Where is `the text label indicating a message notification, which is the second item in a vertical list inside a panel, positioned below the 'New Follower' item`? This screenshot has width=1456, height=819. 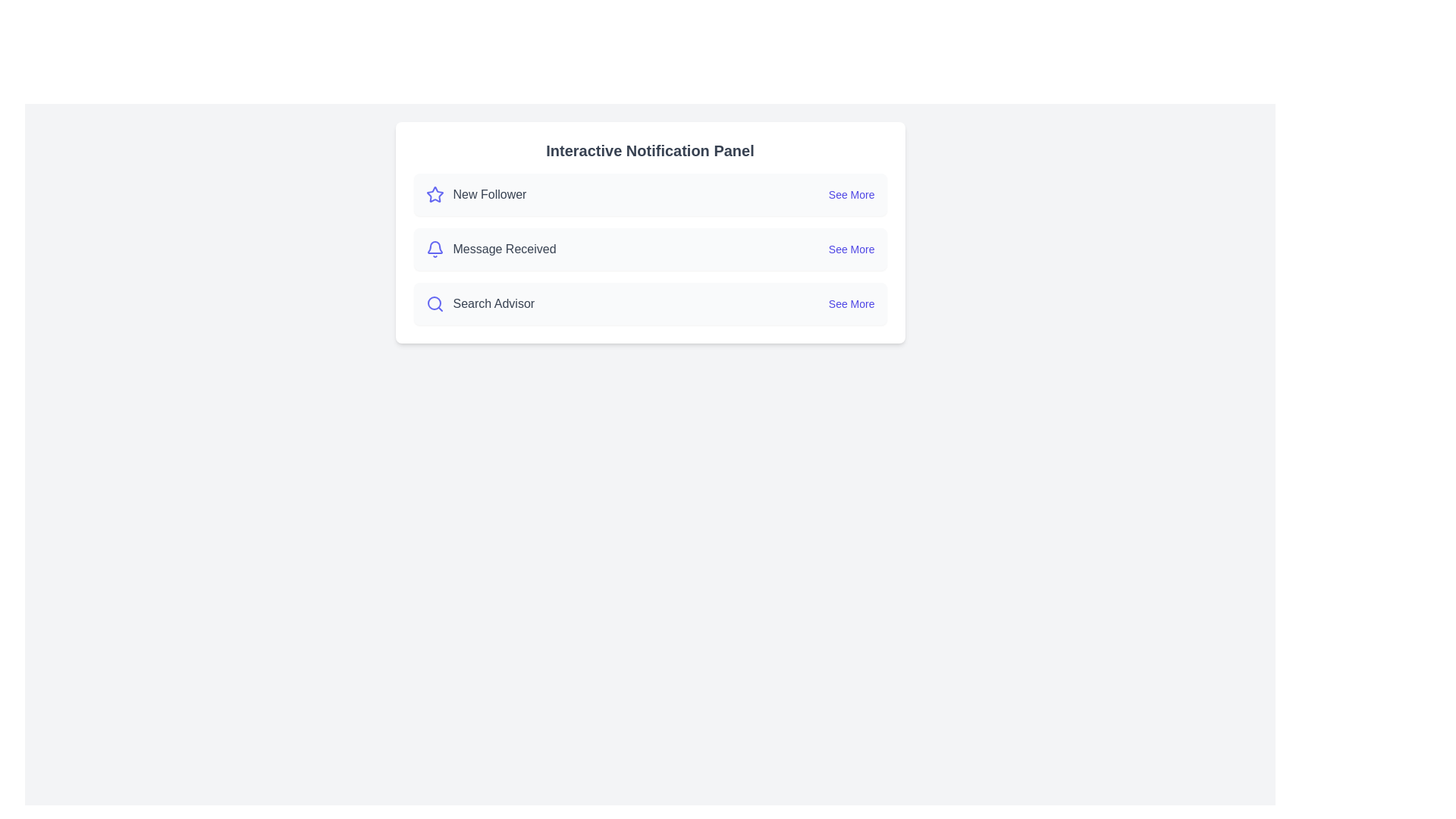
the text label indicating a message notification, which is the second item in a vertical list inside a panel, positioned below the 'New Follower' item is located at coordinates (504, 248).